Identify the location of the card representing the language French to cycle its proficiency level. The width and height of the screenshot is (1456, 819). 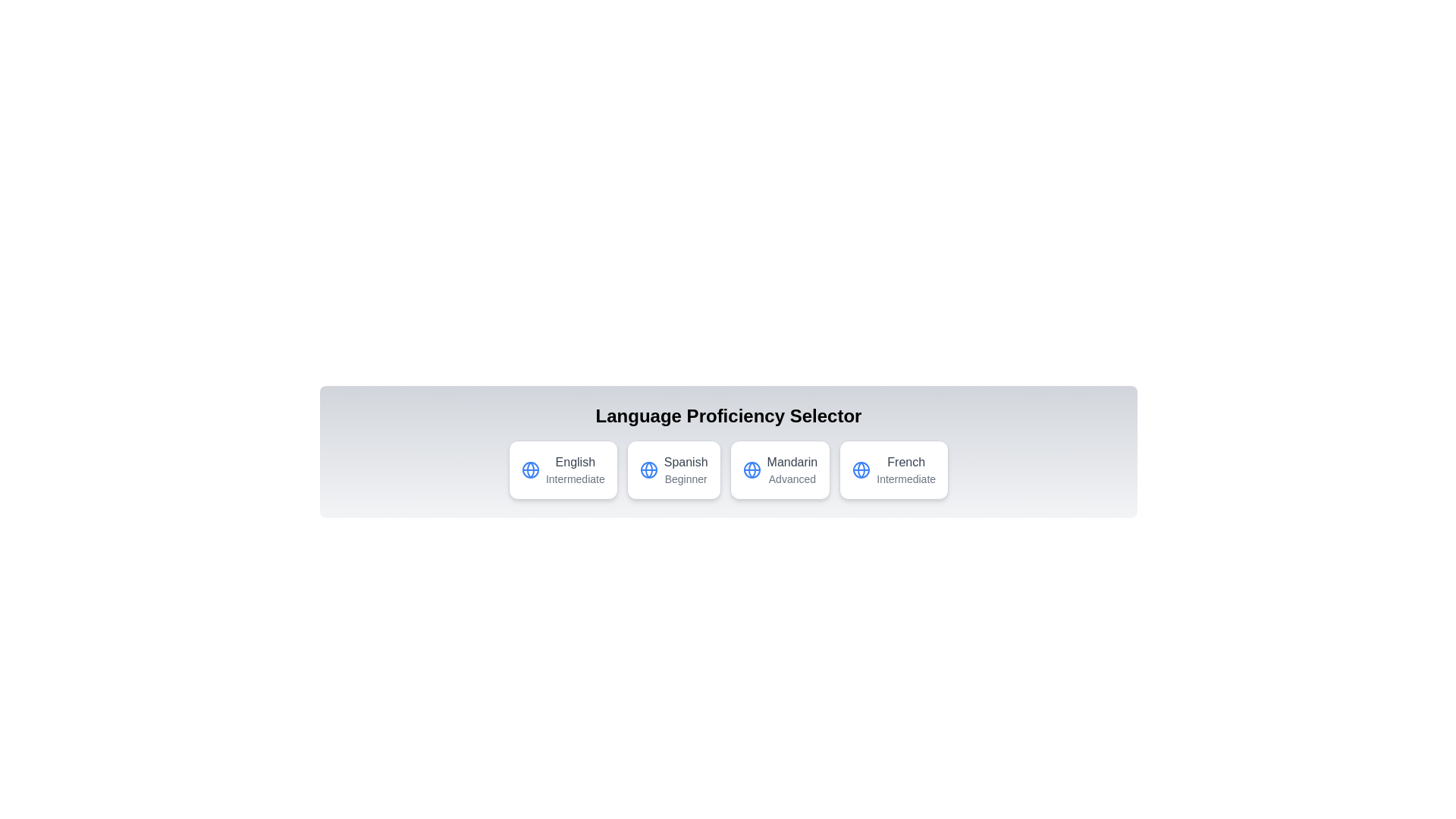
(894, 469).